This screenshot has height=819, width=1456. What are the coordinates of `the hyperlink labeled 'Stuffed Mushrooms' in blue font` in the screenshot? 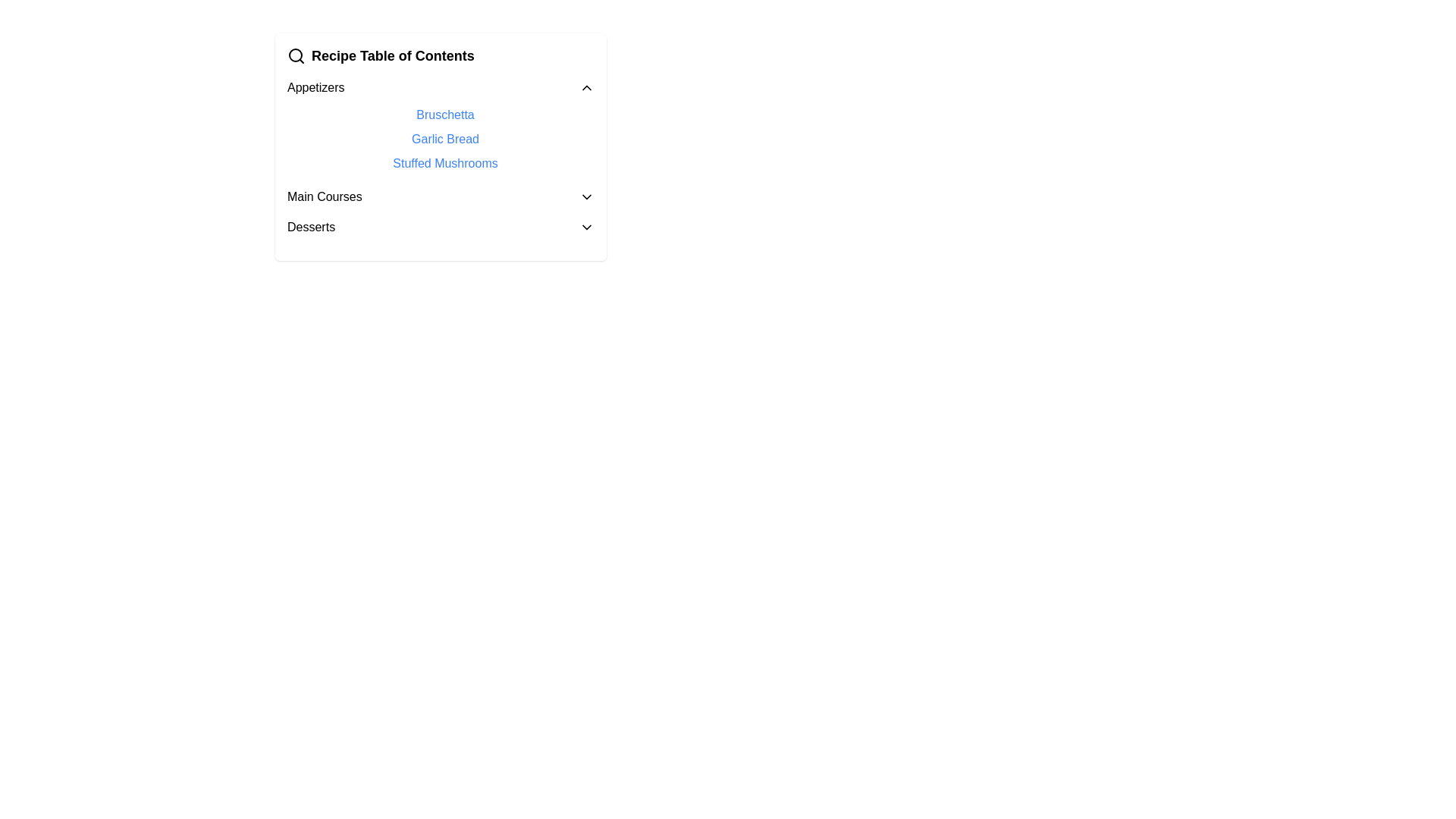 It's located at (446, 164).